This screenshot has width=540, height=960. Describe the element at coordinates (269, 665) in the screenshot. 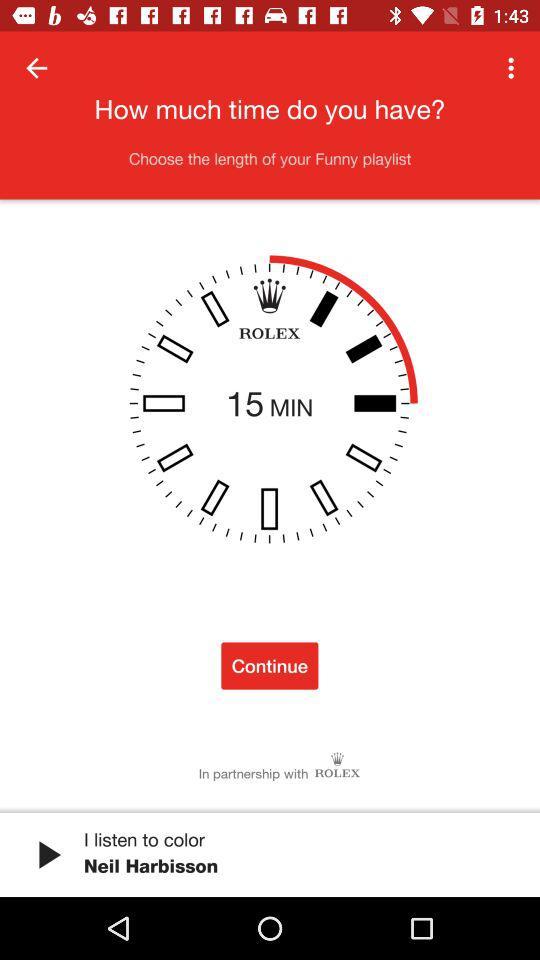

I see `continue` at that location.